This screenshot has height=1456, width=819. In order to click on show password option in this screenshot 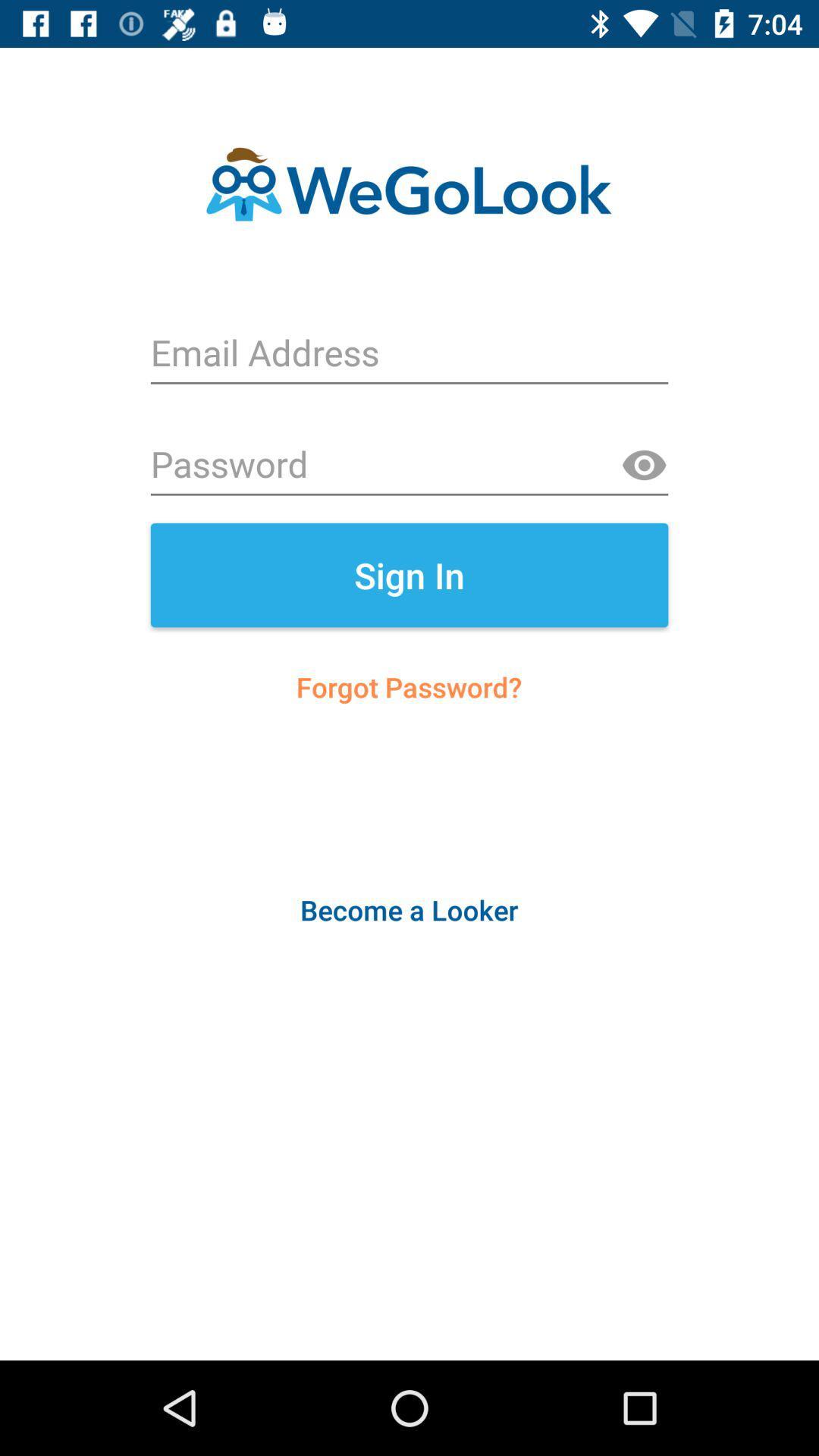, I will do `click(644, 465)`.